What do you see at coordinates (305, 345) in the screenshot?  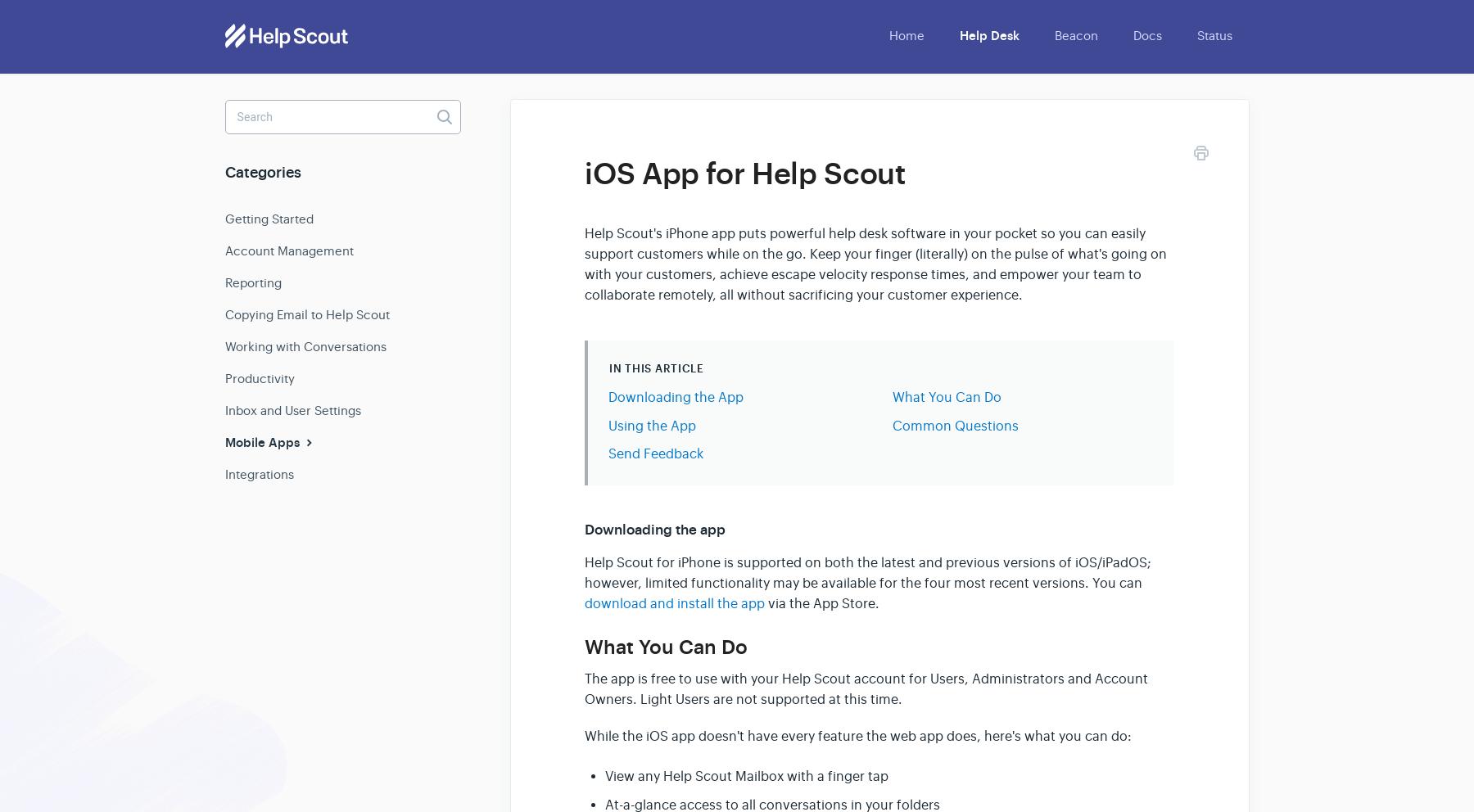 I see `'Working with Conversations'` at bounding box center [305, 345].